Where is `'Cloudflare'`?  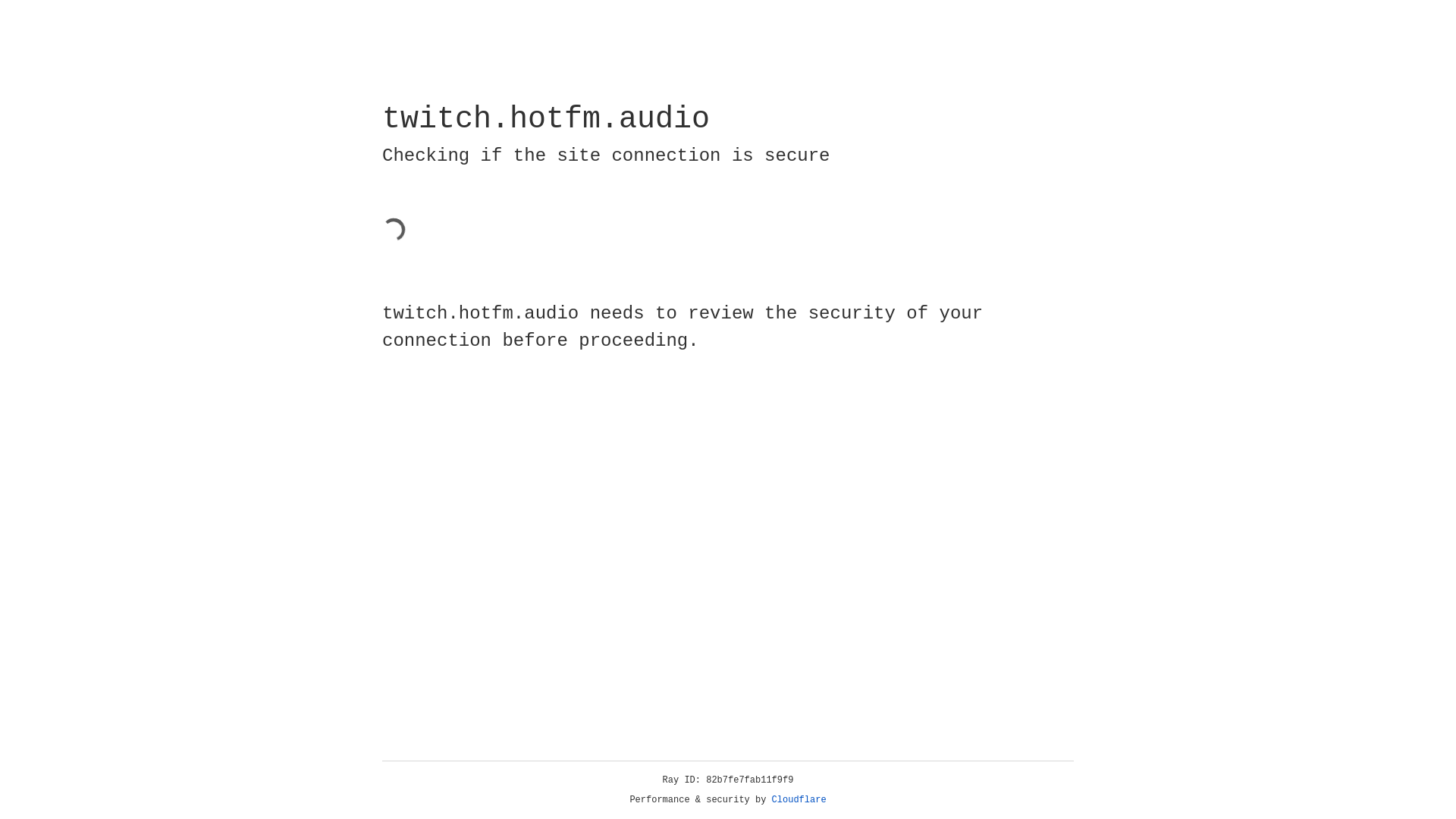 'Cloudflare' is located at coordinates (799, 799).